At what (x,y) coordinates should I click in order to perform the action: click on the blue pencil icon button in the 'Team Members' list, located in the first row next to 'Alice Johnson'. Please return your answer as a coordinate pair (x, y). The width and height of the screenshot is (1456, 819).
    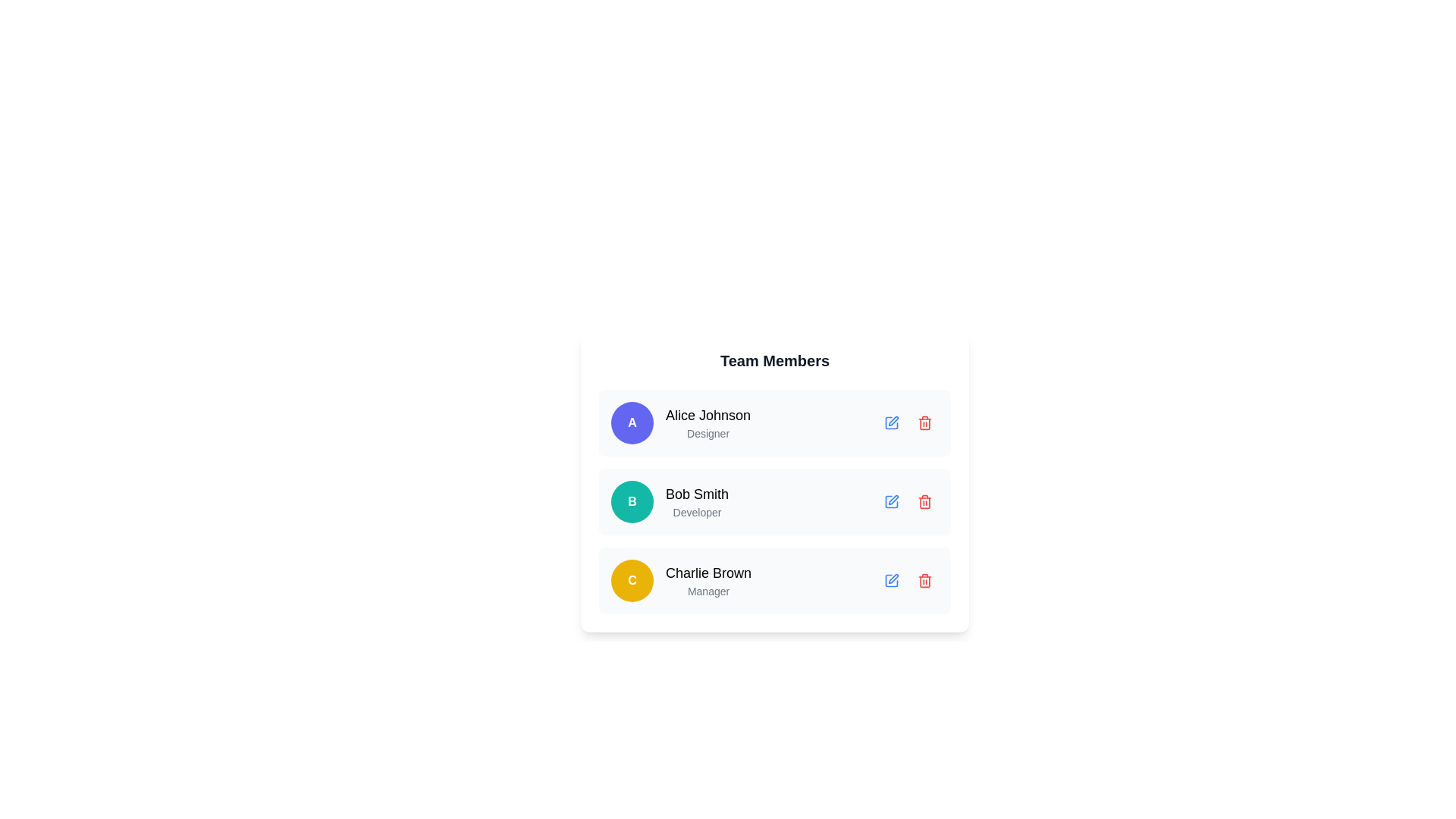
    Looking at the image, I should click on (892, 423).